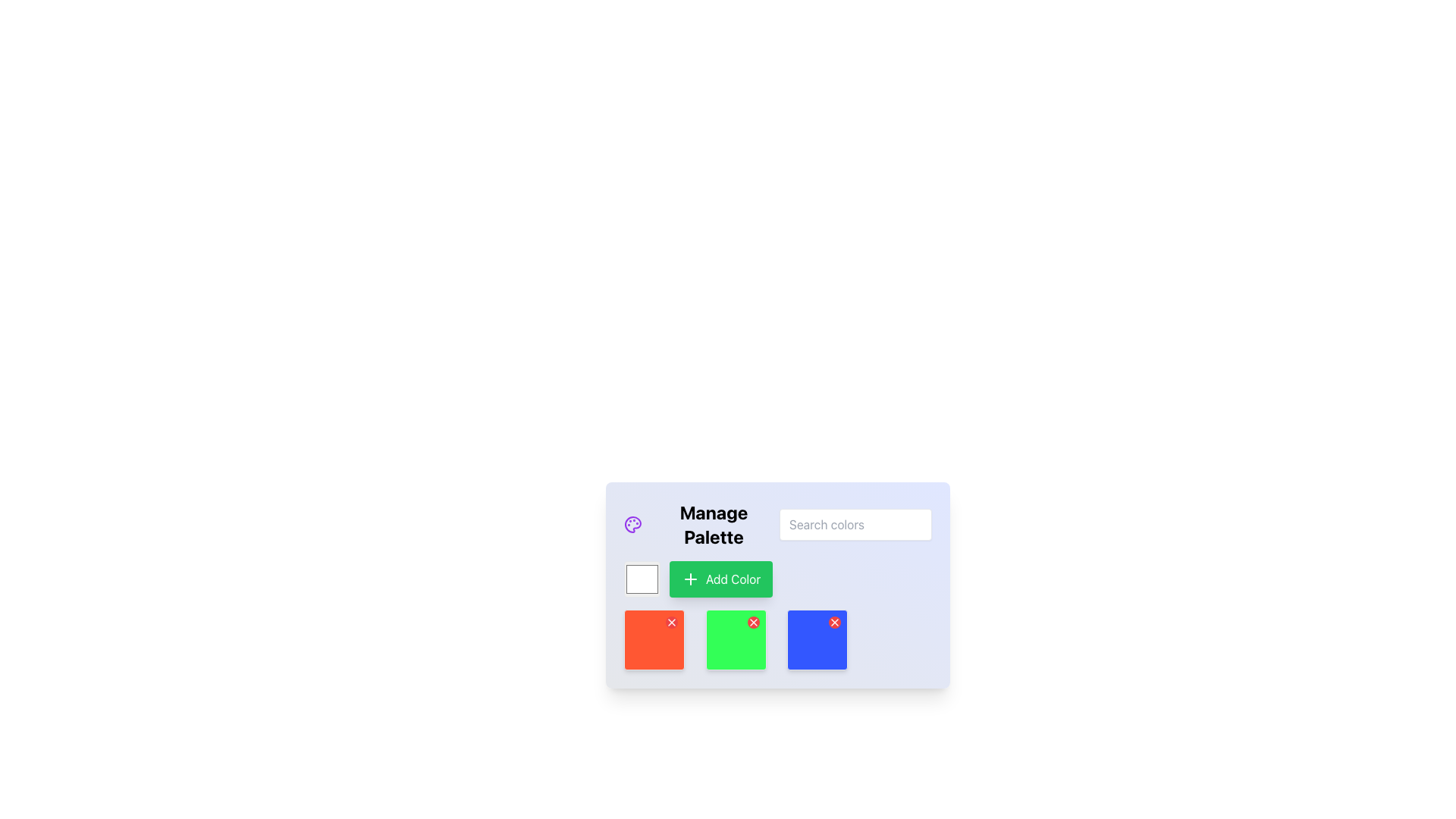 The height and width of the screenshot is (819, 1456). Describe the element at coordinates (833, 623) in the screenshot. I see `the close or delete button located in the top-right corner of the blue card, which is the third card in a three-card layout at the bottom-center of the interface` at that location.